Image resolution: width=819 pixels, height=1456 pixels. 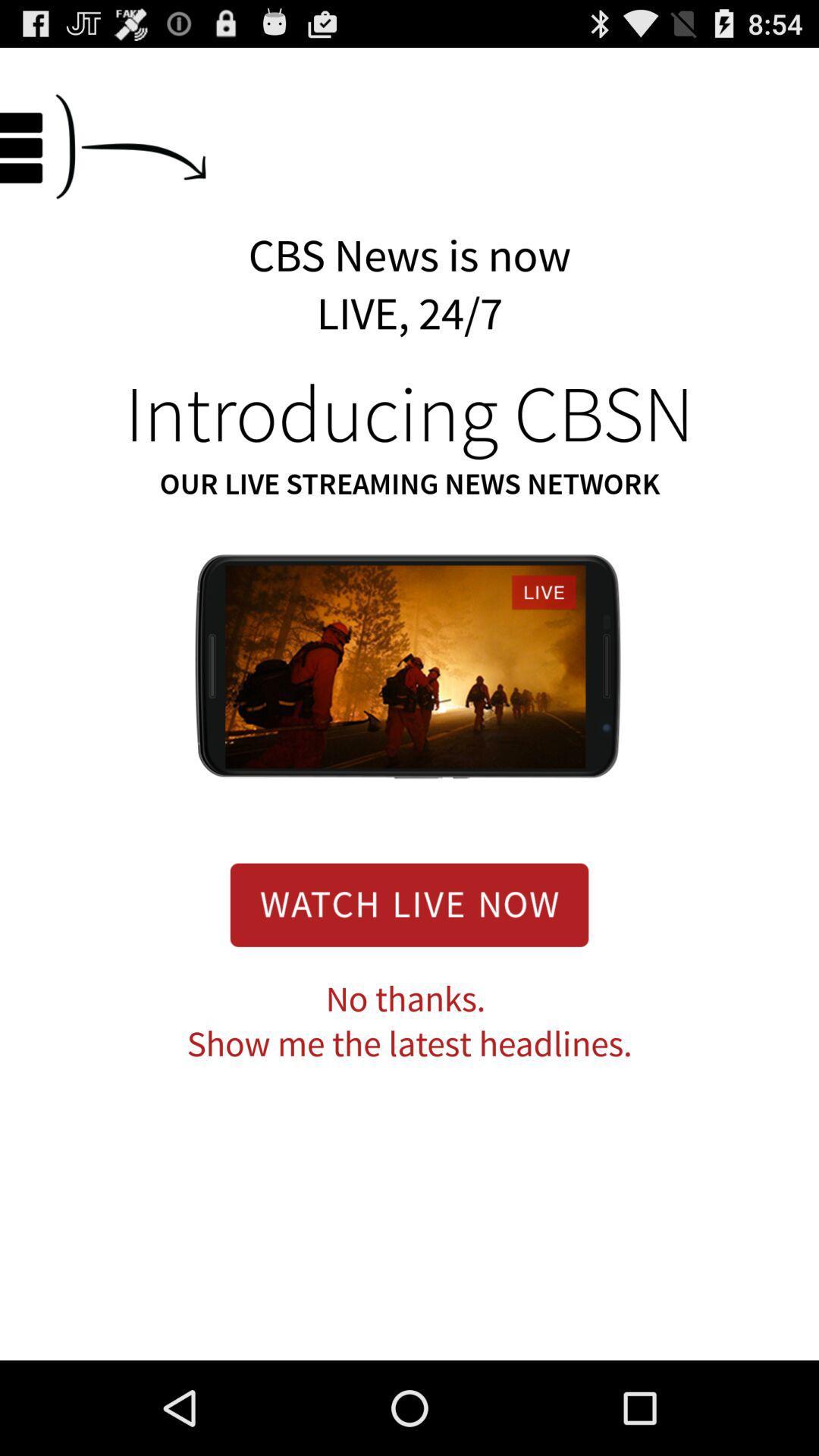 What do you see at coordinates (409, 905) in the screenshot?
I see `watch video` at bounding box center [409, 905].